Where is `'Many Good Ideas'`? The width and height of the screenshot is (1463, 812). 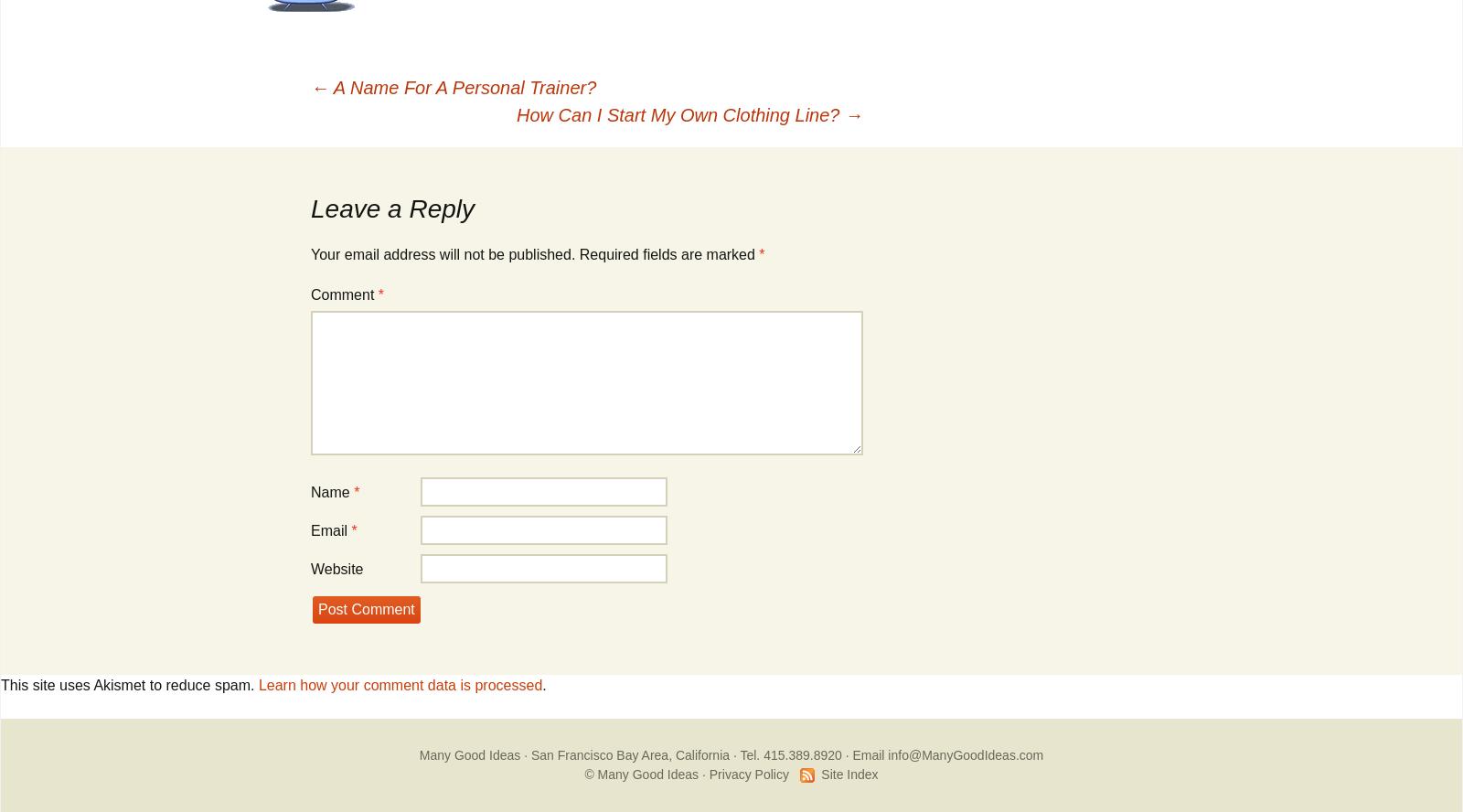 'Many Good Ideas' is located at coordinates (418, 755).